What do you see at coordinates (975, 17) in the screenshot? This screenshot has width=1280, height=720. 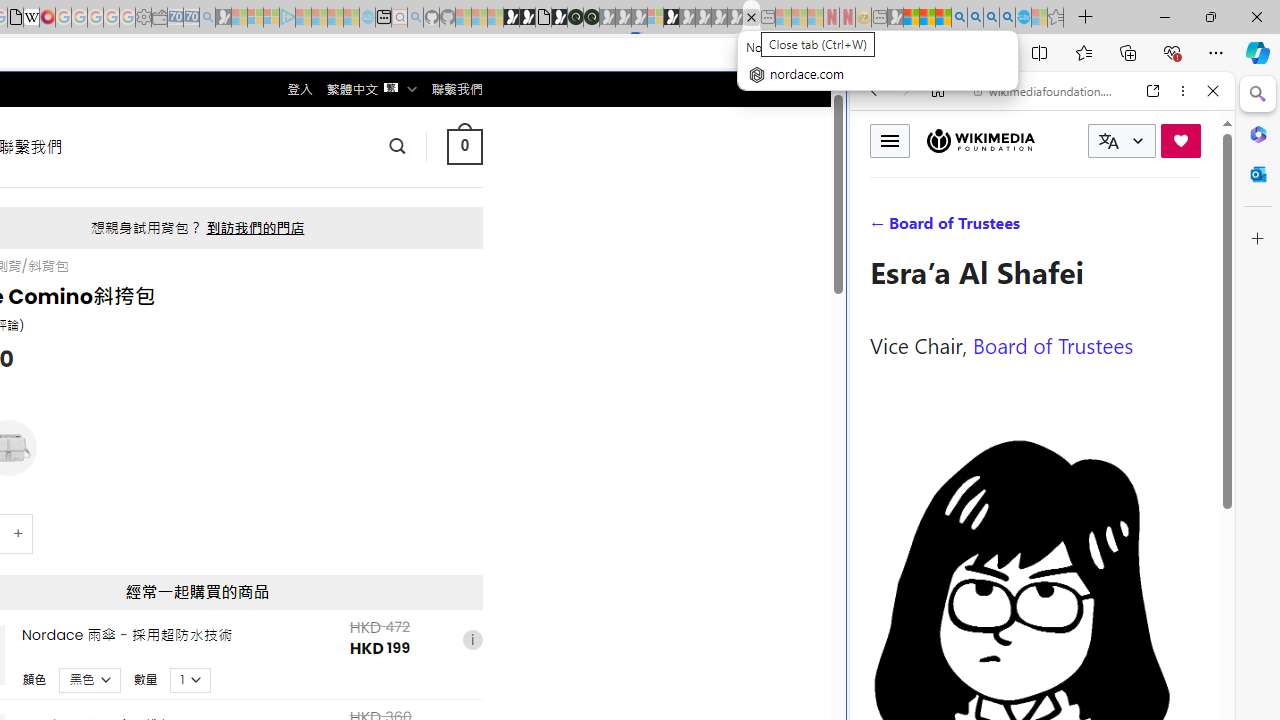 I see `'2009 Bing officially replaced Live Search on June 3 - Search'` at bounding box center [975, 17].